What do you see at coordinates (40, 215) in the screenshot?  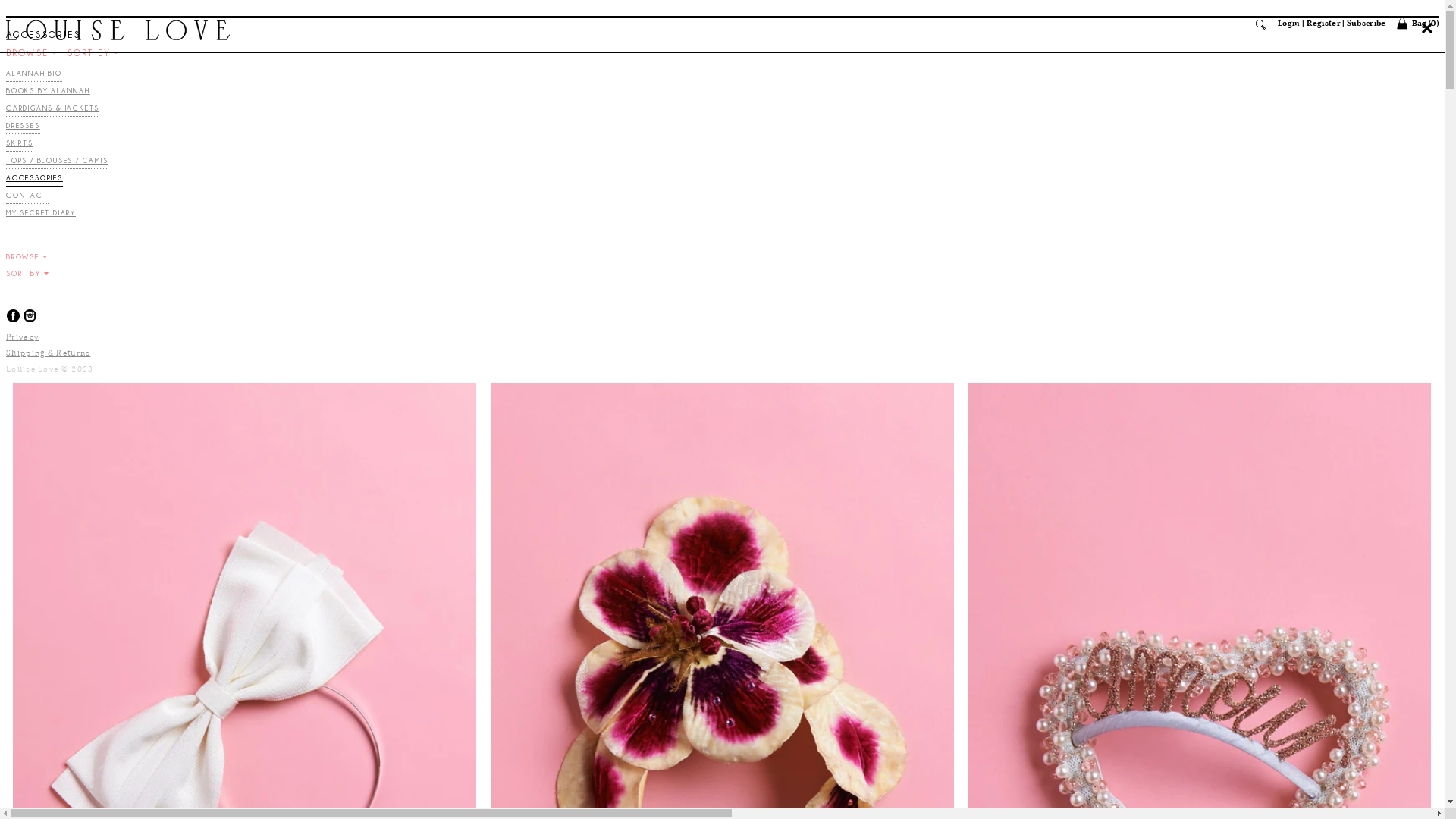 I see `'MY SECRET DIARY'` at bounding box center [40, 215].